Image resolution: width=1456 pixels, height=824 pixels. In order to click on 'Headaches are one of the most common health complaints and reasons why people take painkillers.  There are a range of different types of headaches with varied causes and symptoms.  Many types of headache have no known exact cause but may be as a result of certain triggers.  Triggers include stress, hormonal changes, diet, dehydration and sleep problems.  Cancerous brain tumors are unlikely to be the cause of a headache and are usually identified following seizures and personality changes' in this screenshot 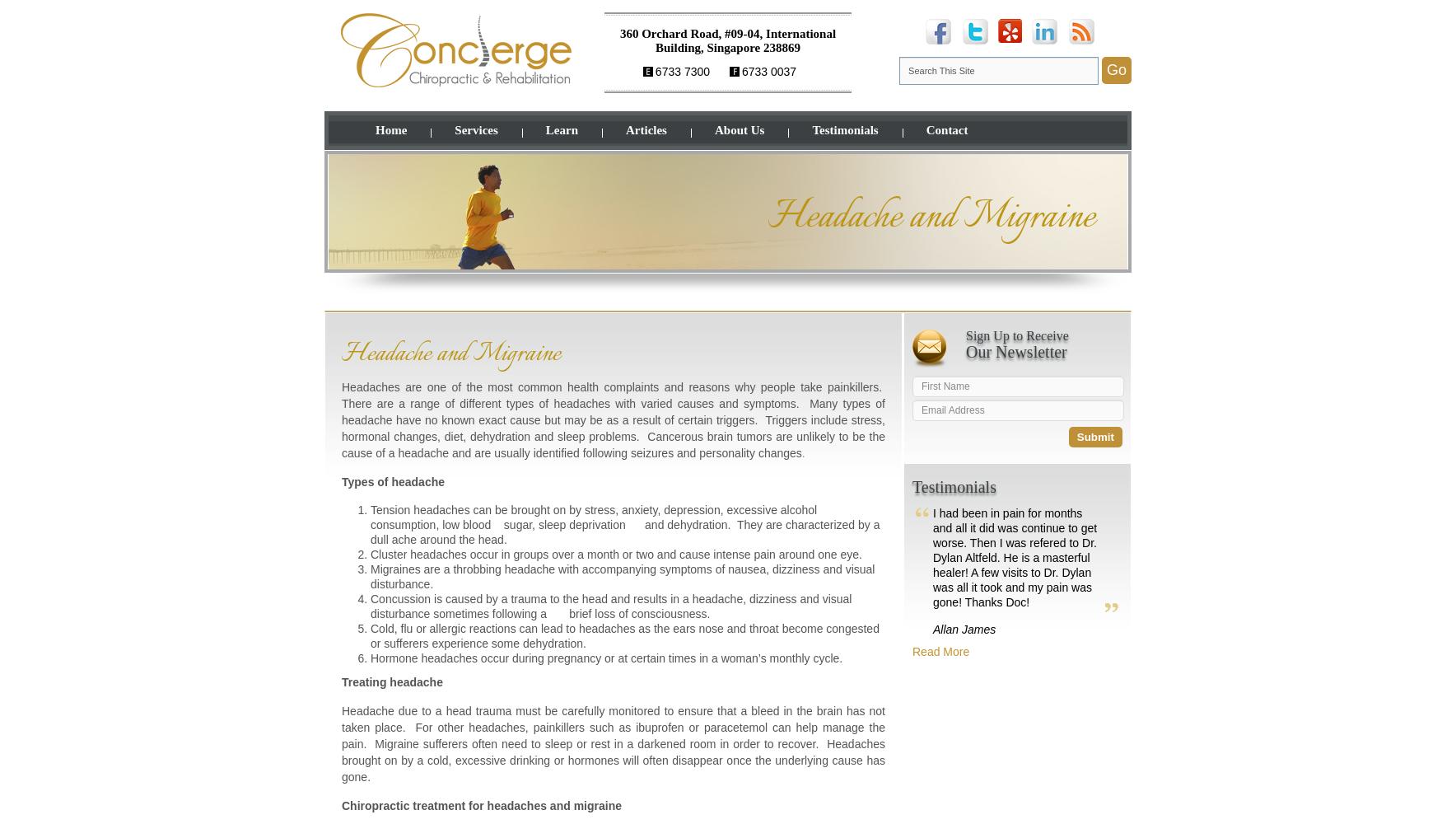, I will do `click(614, 420)`.